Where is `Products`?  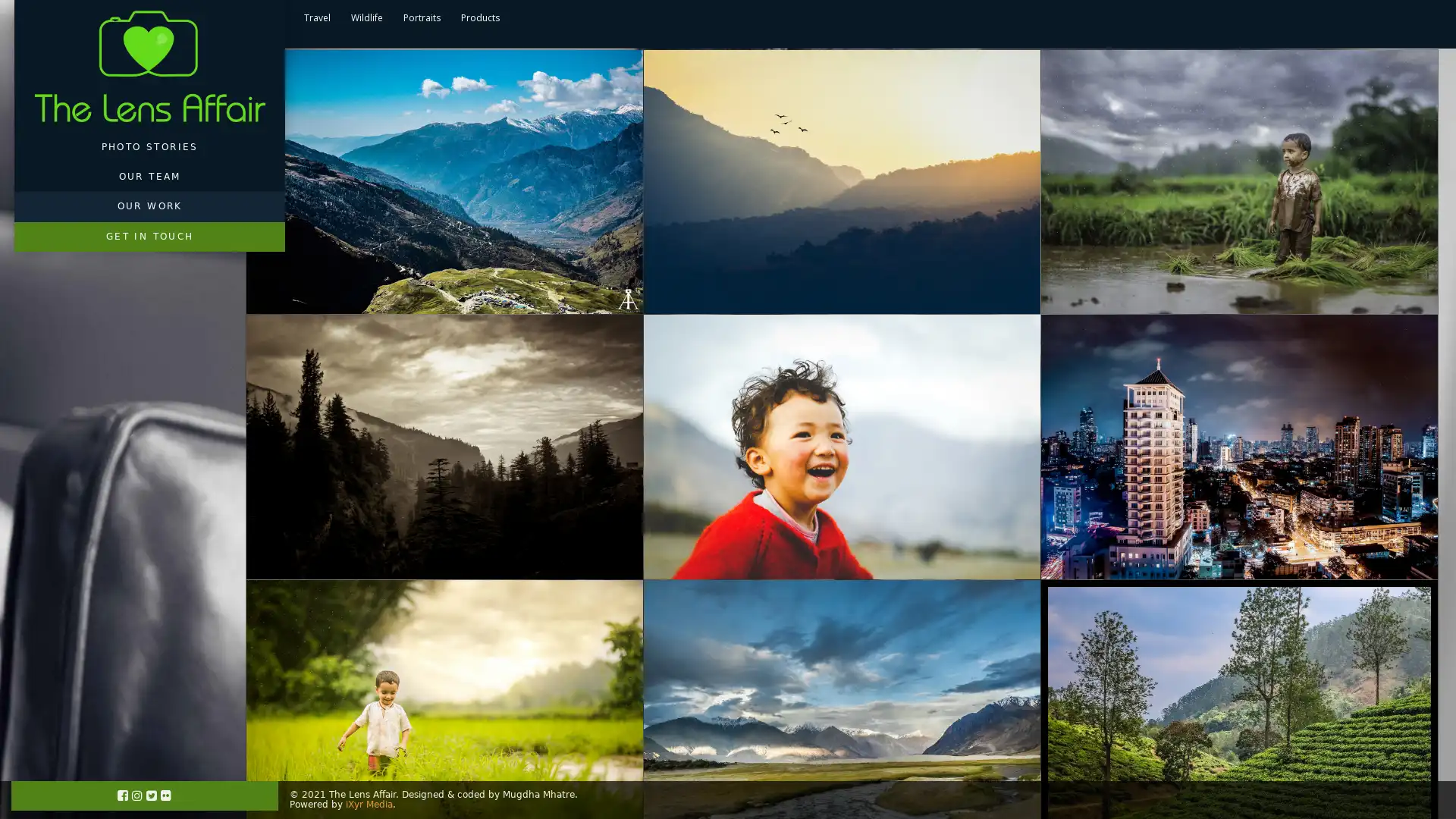
Products is located at coordinates (479, 17).